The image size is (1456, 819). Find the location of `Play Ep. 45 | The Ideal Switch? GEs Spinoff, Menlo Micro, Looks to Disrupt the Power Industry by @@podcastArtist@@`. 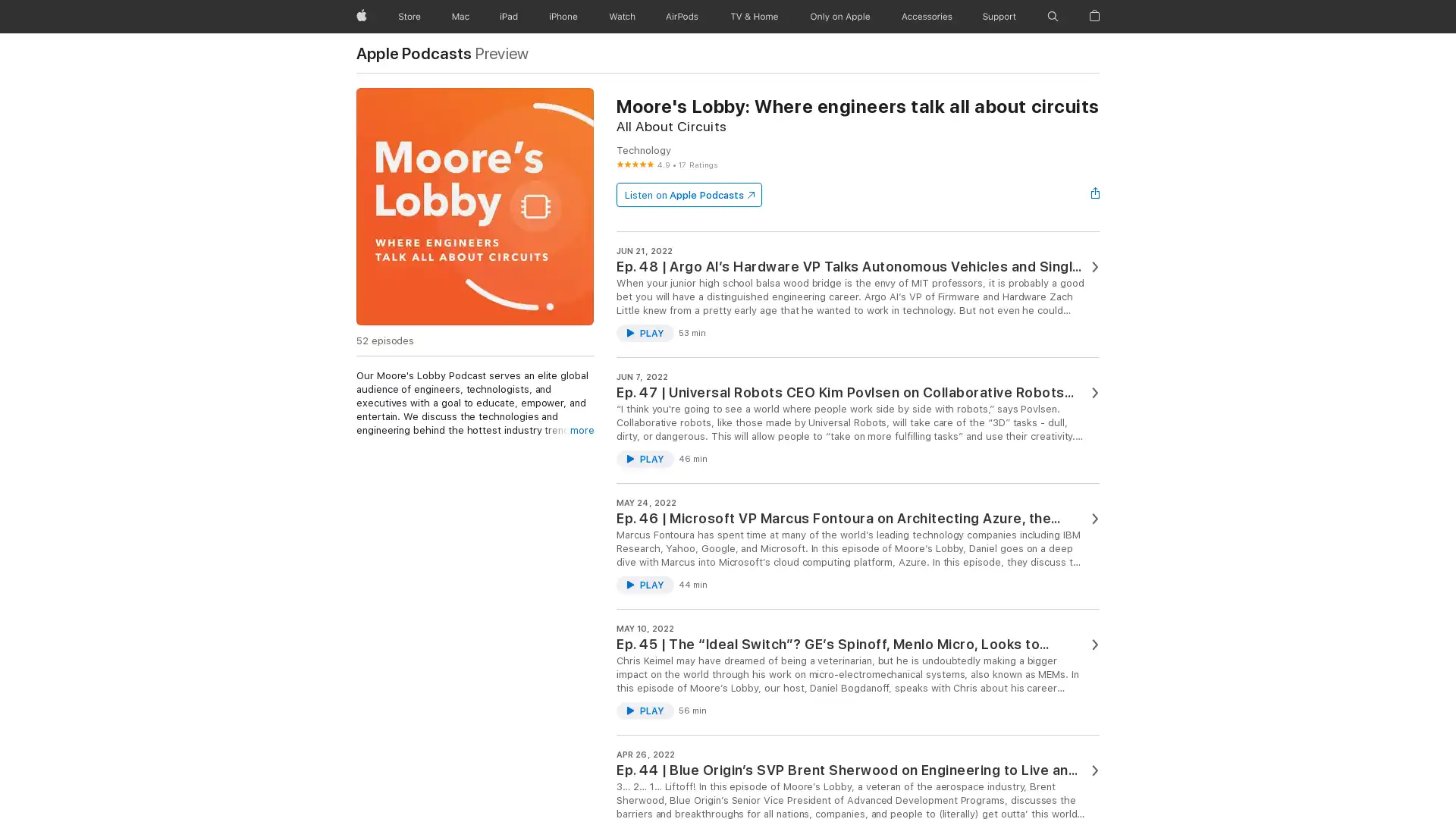

Play Ep. 45 | The Ideal Switch? GEs Spinoff, Menlo Micro, Looks to Disrupt the Power Industry by @@podcastArtist@@ is located at coordinates (645, 711).